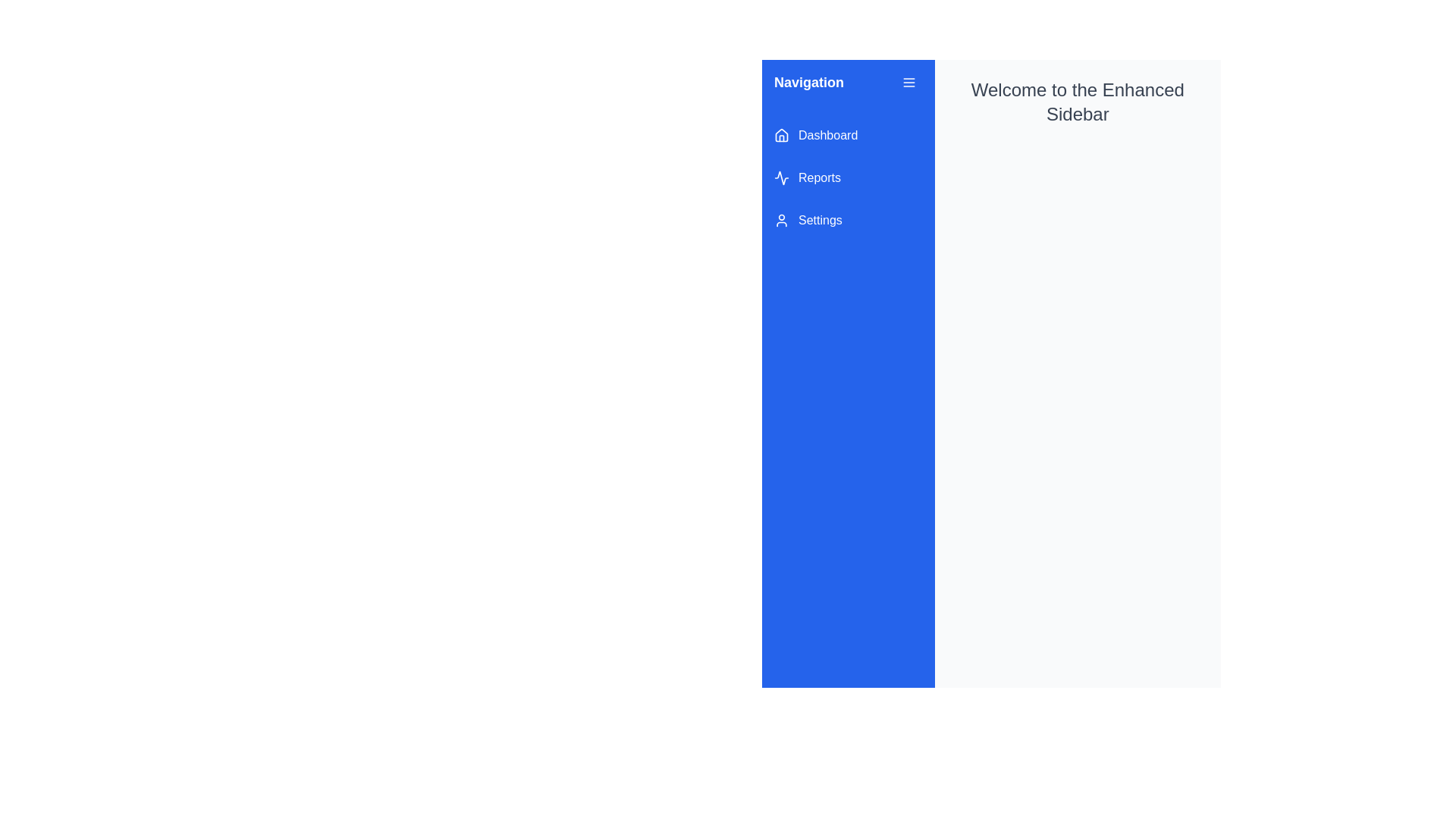 The width and height of the screenshot is (1456, 819). What do you see at coordinates (908, 82) in the screenshot?
I see `the small circular button with a menu icon located in the top-right corner of the blue-colored sidebar, next to the 'Navigation' label, to observe a background color change` at bounding box center [908, 82].